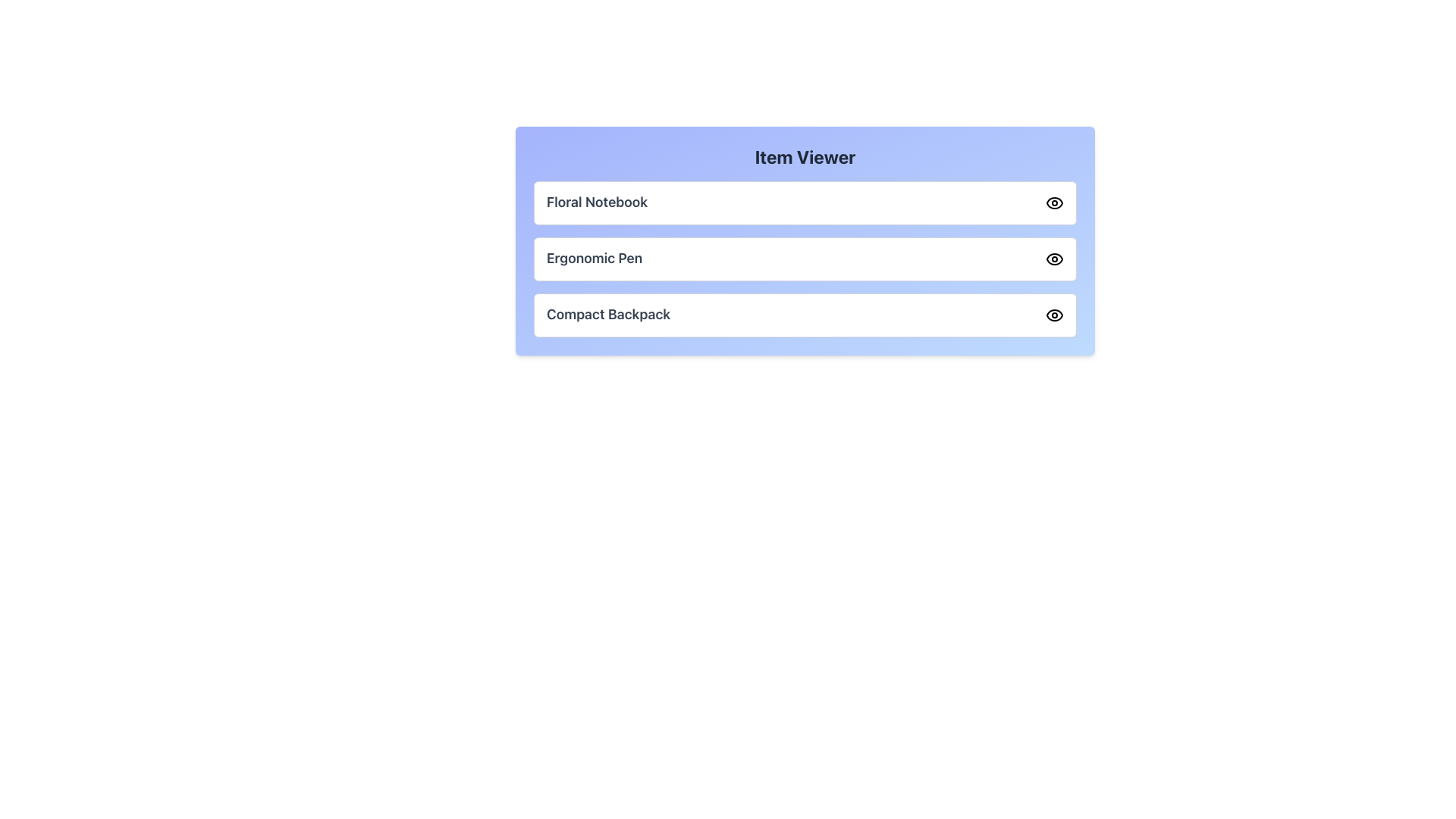  What do you see at coordinates (1054, 315) in the screenshot?
I see `the 'eye' icon located at the far-right of the row corresponding to 'Compact Backpack' in the 'Item Viewer' interface` at bounding box center [1054, 315].